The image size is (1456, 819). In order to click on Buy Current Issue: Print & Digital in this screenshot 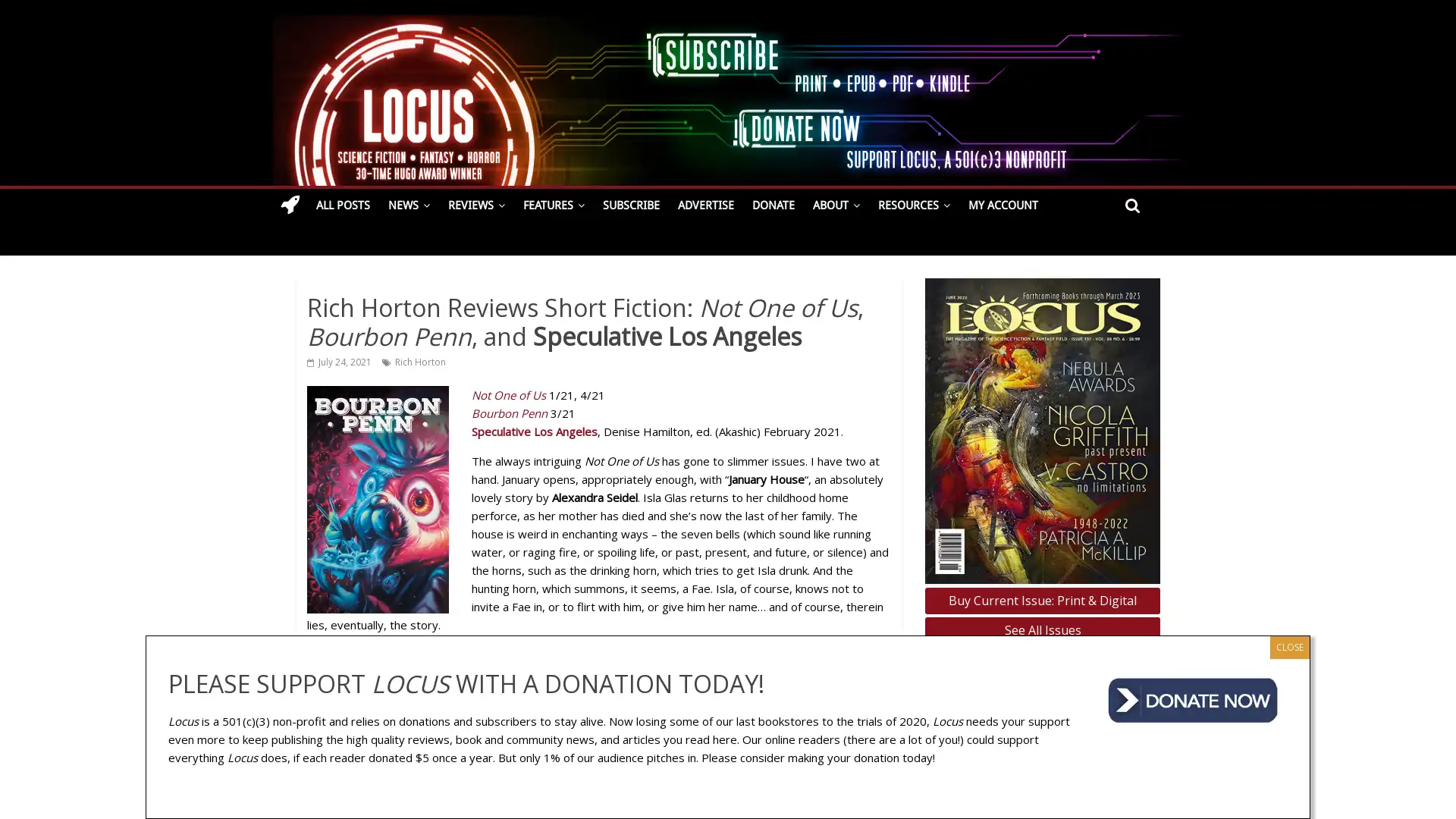, I will do `click(1041, 599)`.